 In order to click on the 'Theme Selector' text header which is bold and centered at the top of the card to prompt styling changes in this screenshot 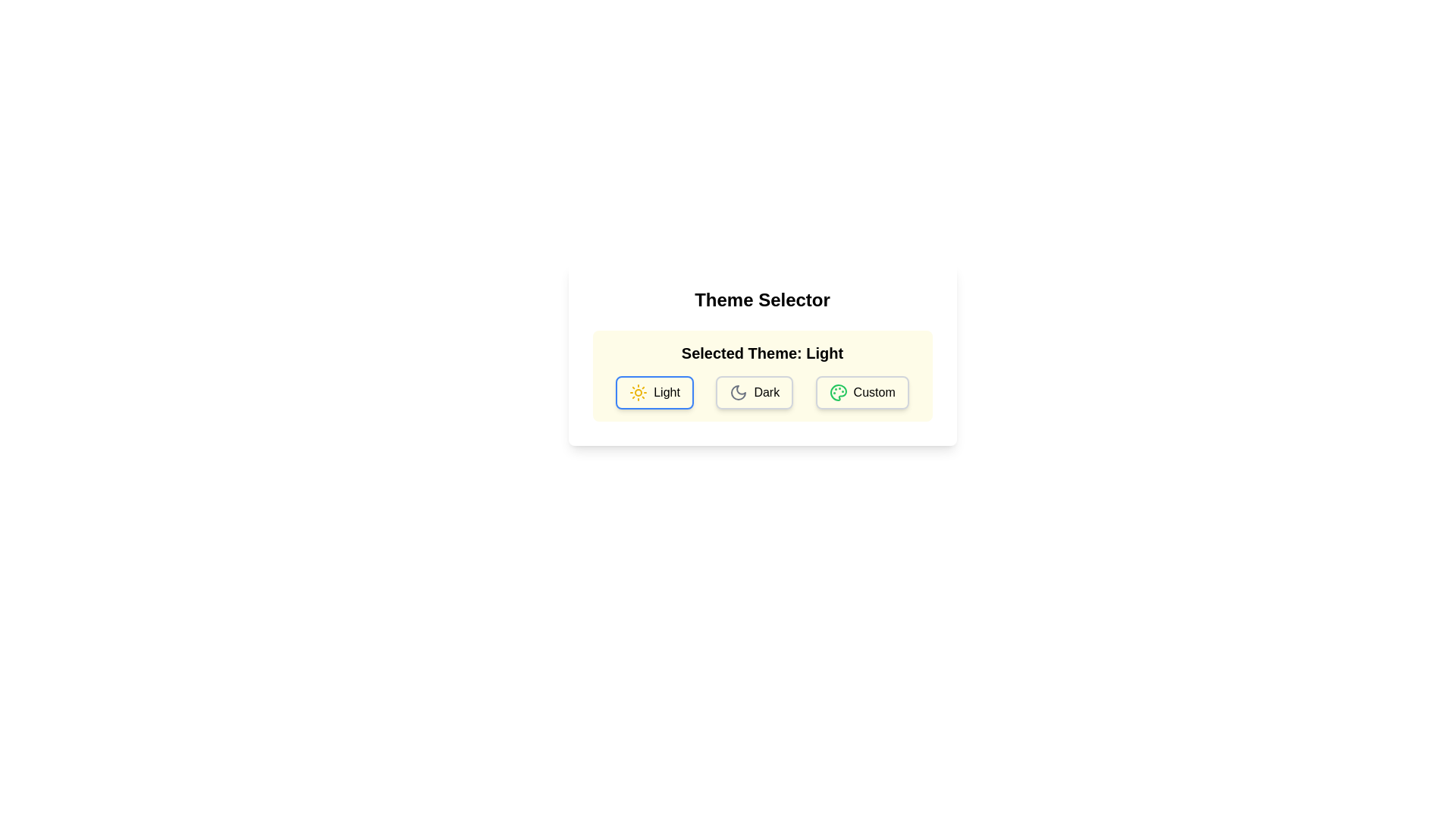, I will do `click(762, 300)`.